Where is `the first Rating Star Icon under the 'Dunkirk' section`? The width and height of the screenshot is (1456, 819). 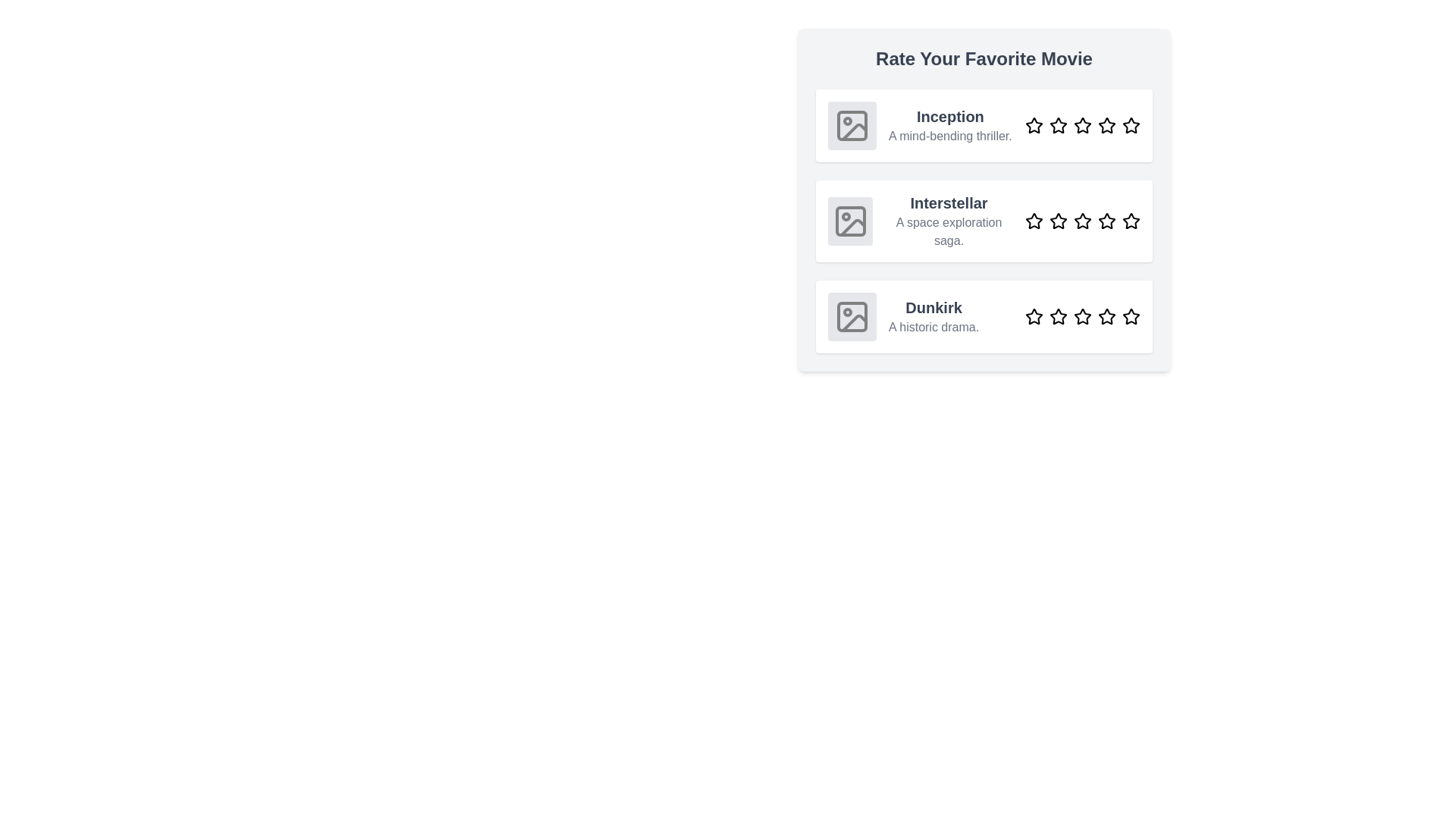 the first Rating Star Icon under the 'Dunkirk' section is located at coordinates (1033, 315).